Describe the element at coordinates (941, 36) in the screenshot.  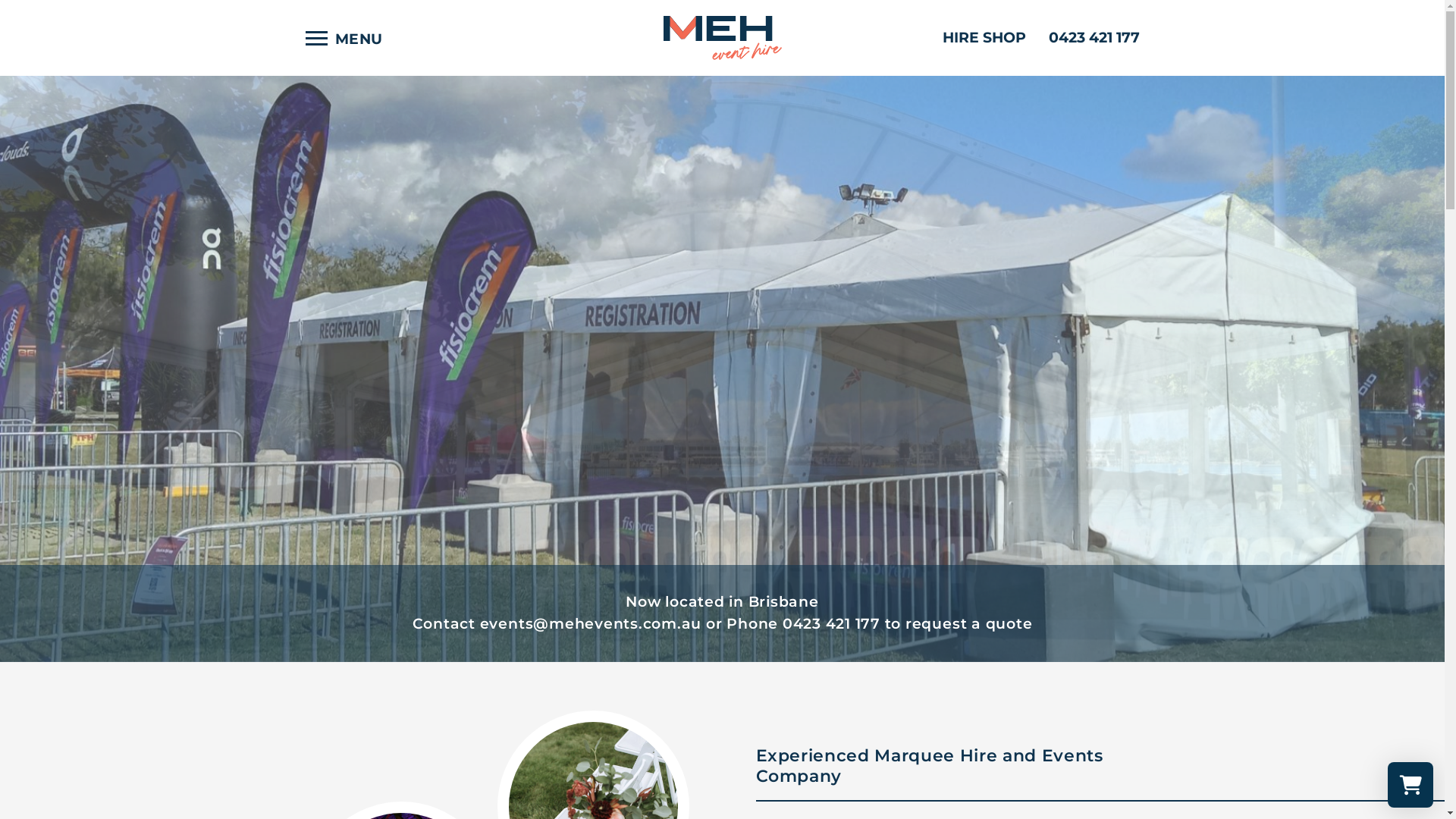
I see `'HIRE SHOP'` at that location.